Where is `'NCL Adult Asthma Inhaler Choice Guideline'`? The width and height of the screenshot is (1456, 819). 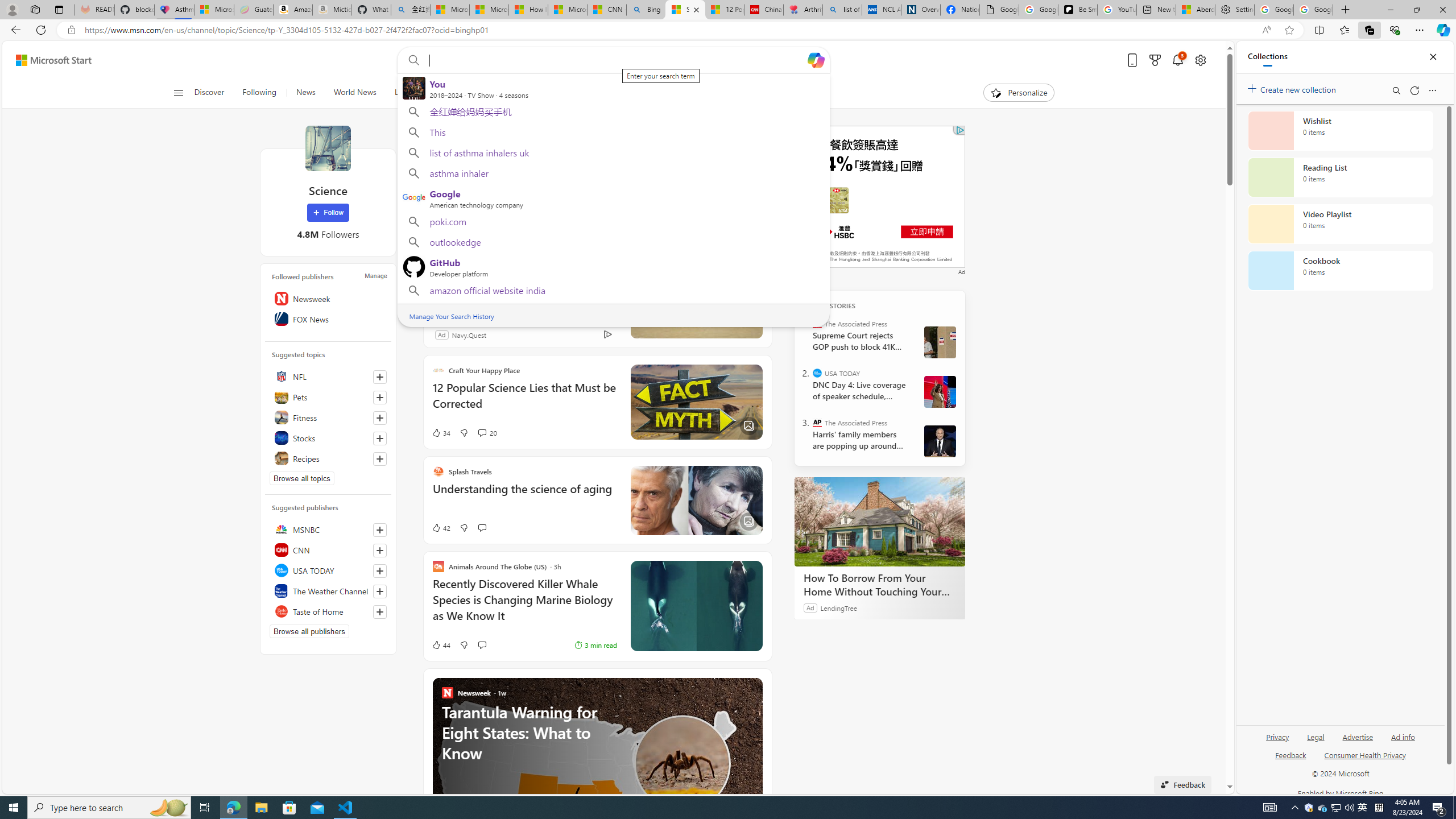
'NCL Adult Asthma Inhaler Choice Guideline' is located at coordinates (881, 9).